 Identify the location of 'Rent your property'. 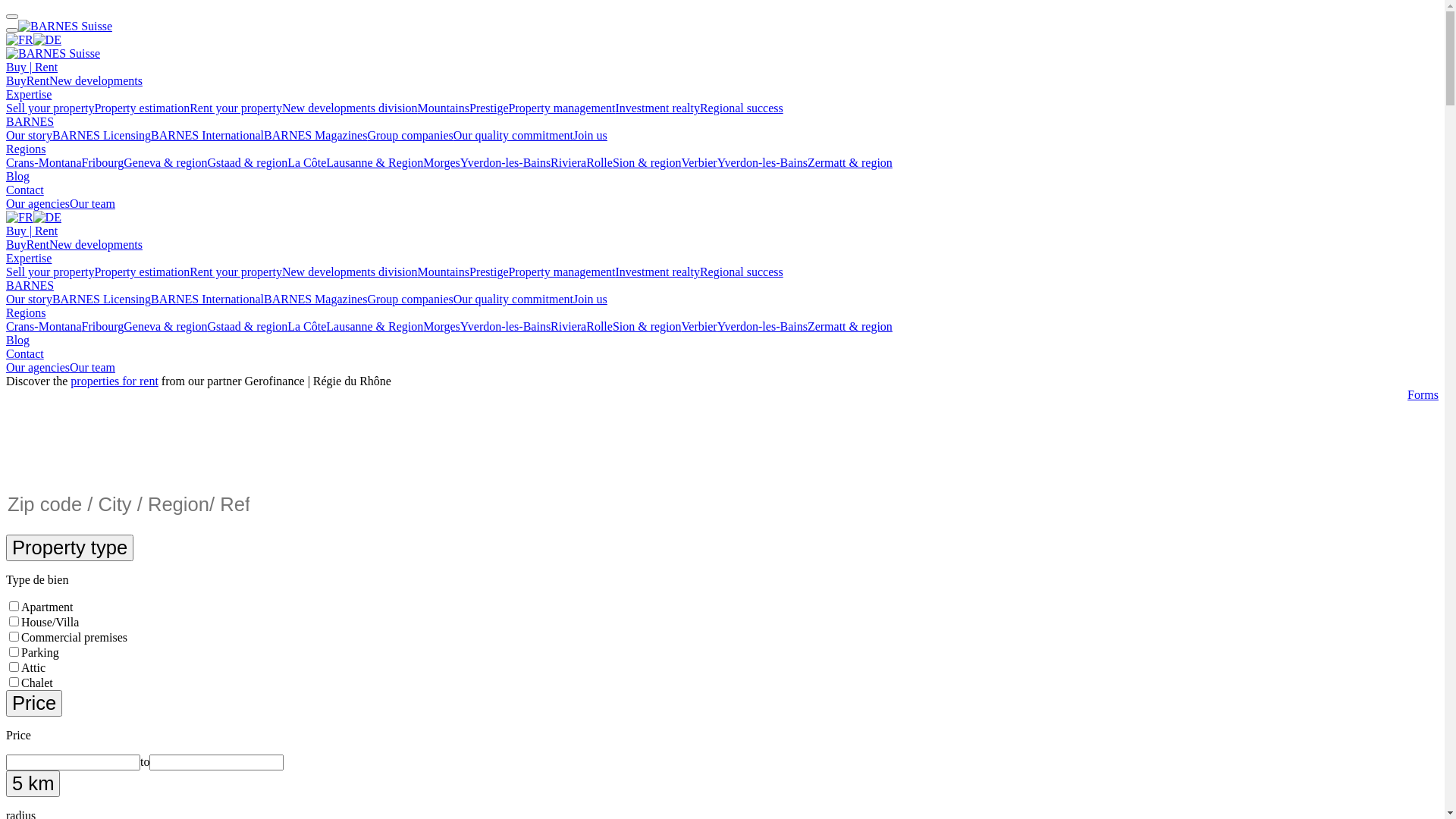
(235, 107).